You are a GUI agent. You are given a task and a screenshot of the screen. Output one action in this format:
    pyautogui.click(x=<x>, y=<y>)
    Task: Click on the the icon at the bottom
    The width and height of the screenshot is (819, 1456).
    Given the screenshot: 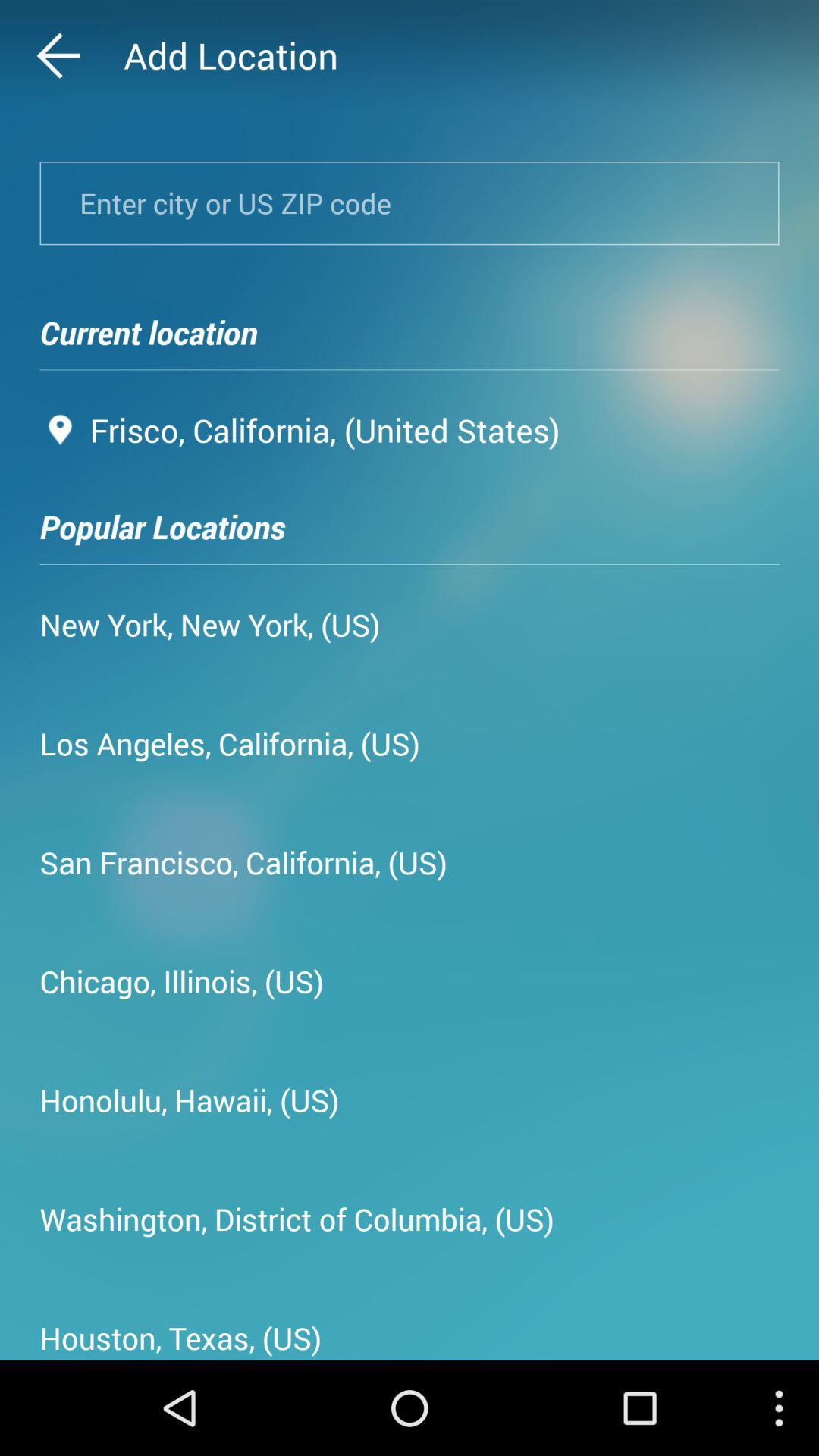 What is the action you would take?
    pyautogui.click(x=297, y=1219)
    